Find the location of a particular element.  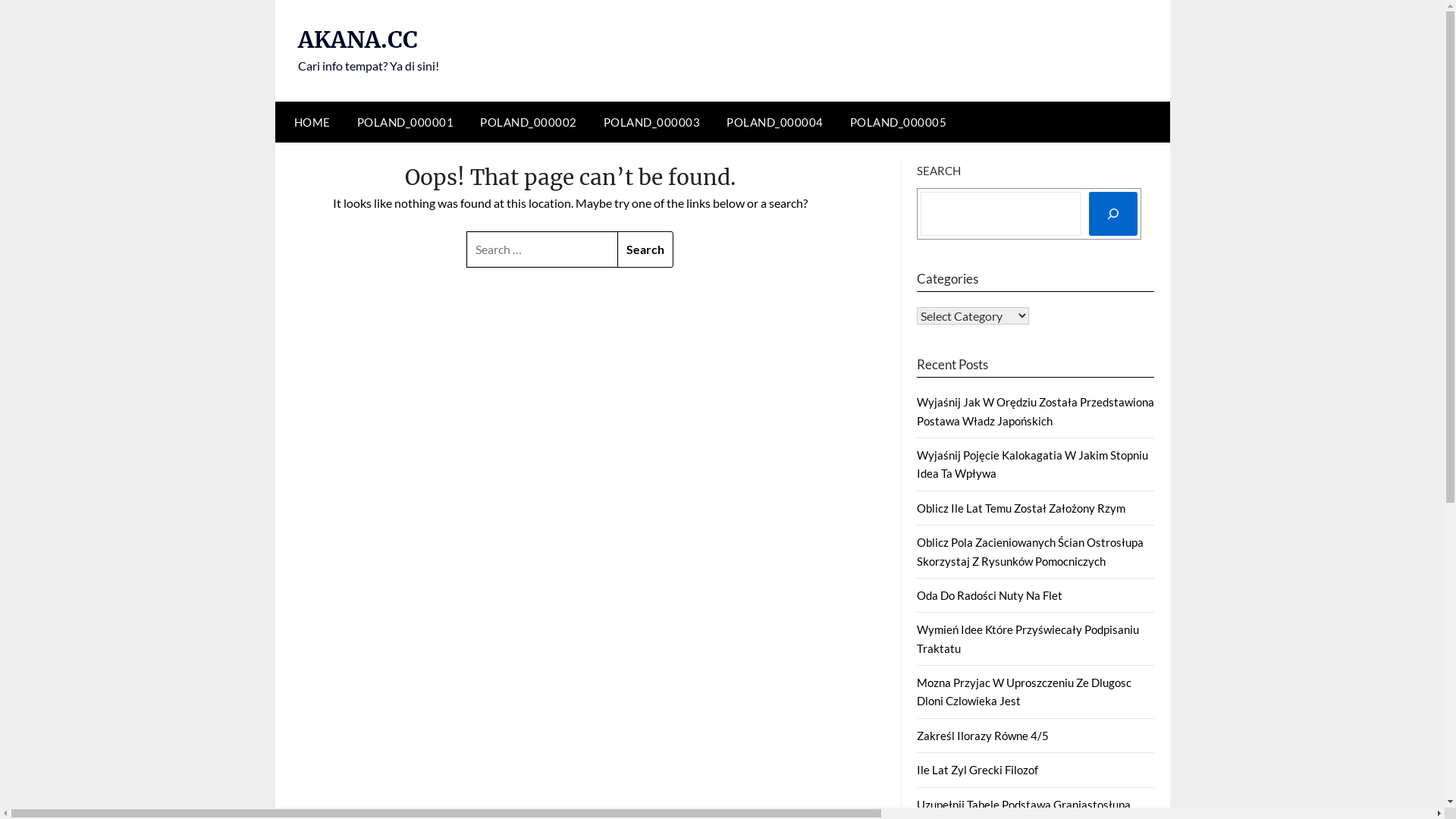

'POLAND_000005' is located at coordinates (898, 121).